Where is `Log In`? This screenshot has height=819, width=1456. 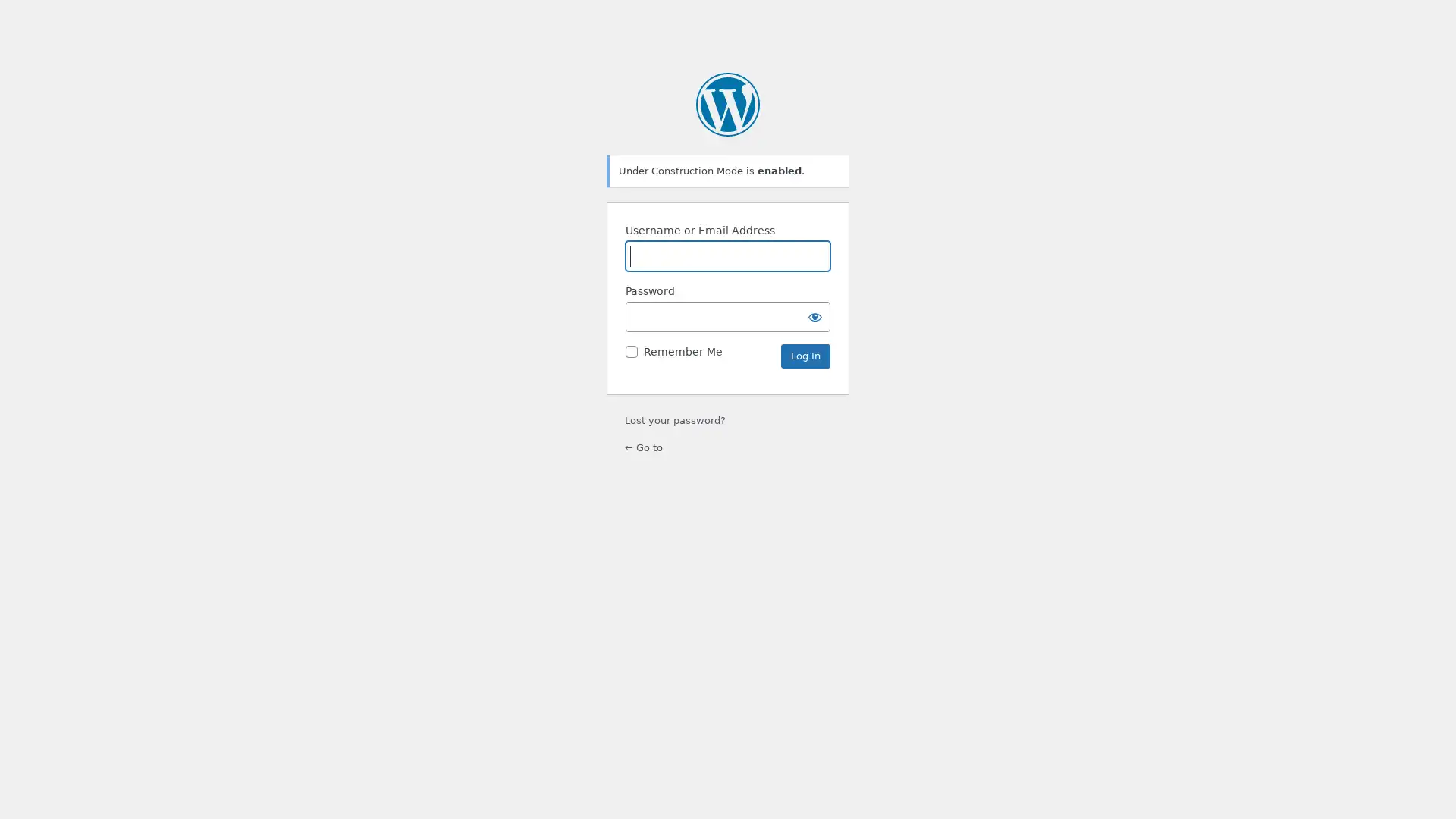
Log In is located at coordinates (805, 356).